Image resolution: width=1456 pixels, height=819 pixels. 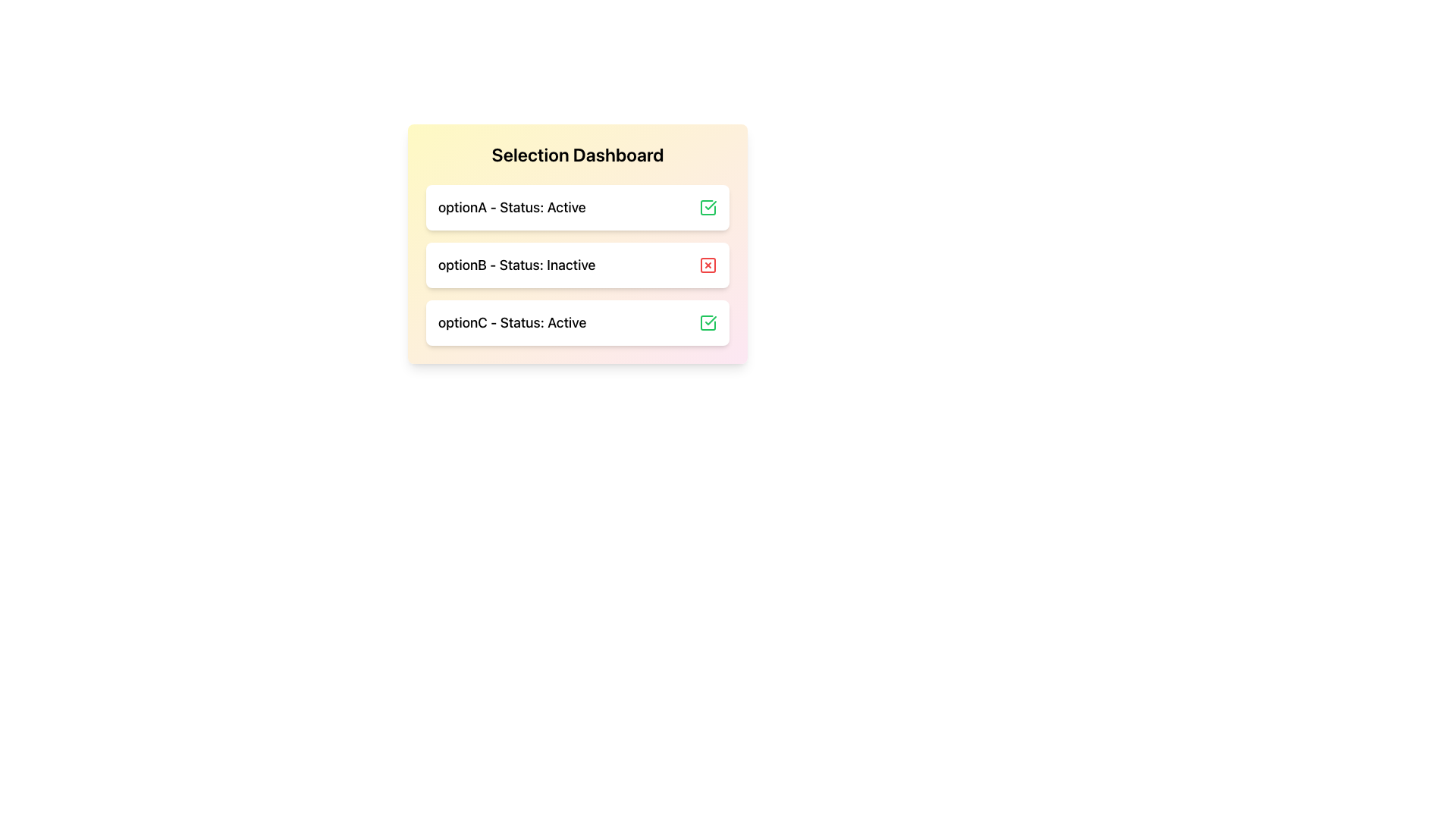 What do you see at coordinates (512, 207) in the screenshot?
I see `status information from the static text label that displays 'optionA - Status: Active', which indicates the active status of option A` at bounding box center [512, 207].